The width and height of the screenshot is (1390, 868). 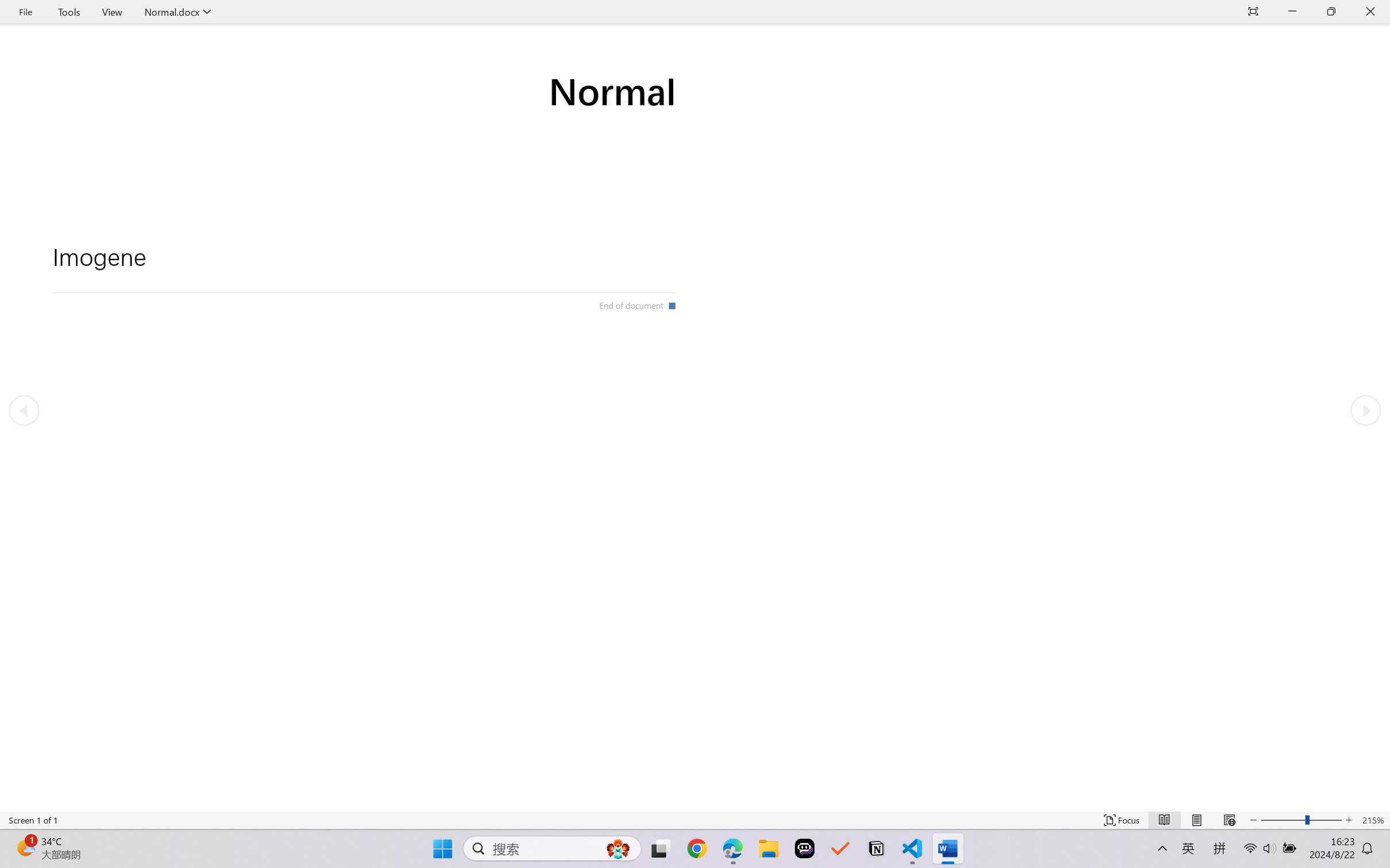 What do you see at coordinates (1302, 820) in the screenshot?
I see `'Text Size'` at bounding box center [1302, 820].